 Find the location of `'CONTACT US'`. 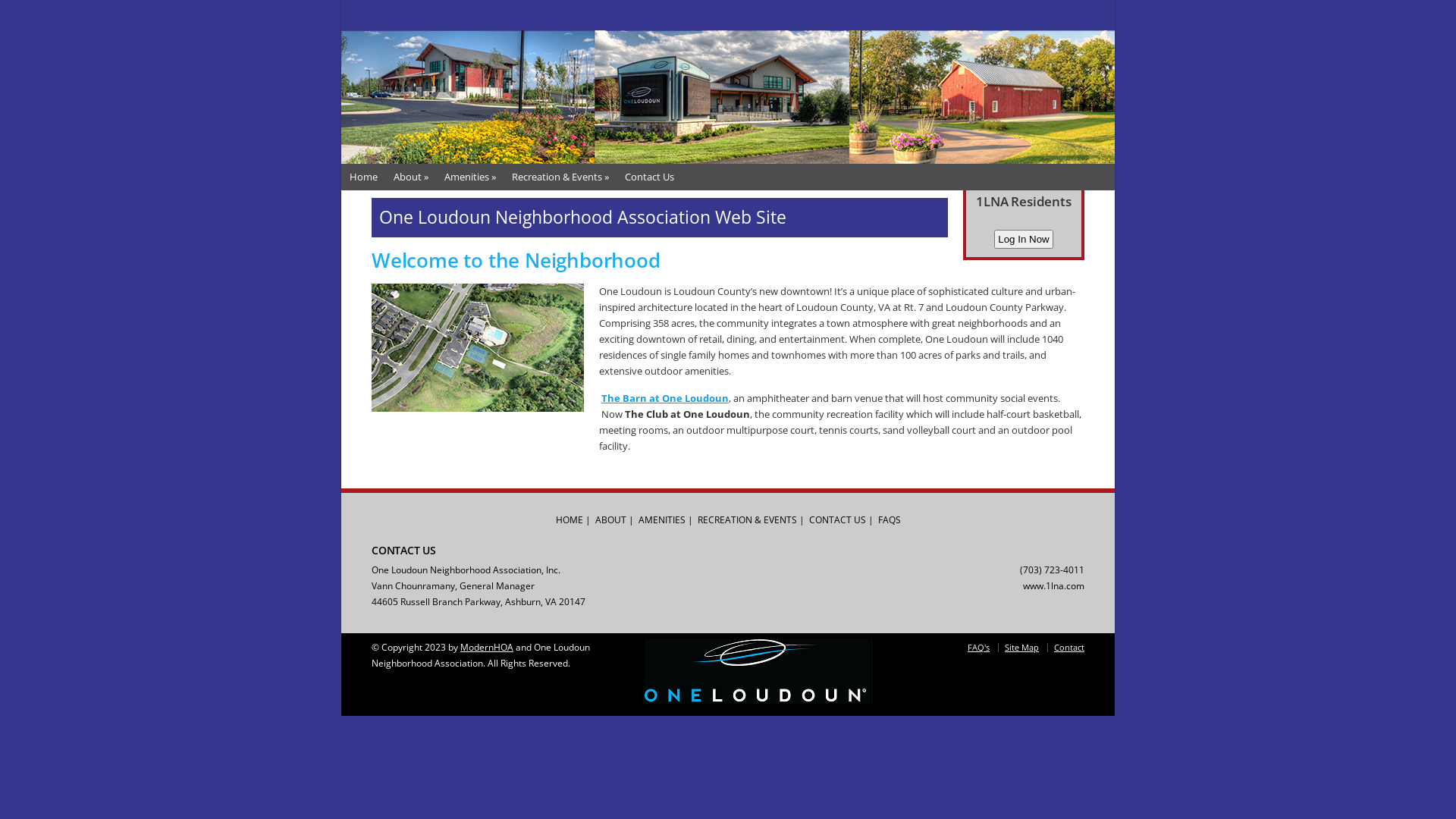

'CONTACT US' is located at coordinates (836, 519).